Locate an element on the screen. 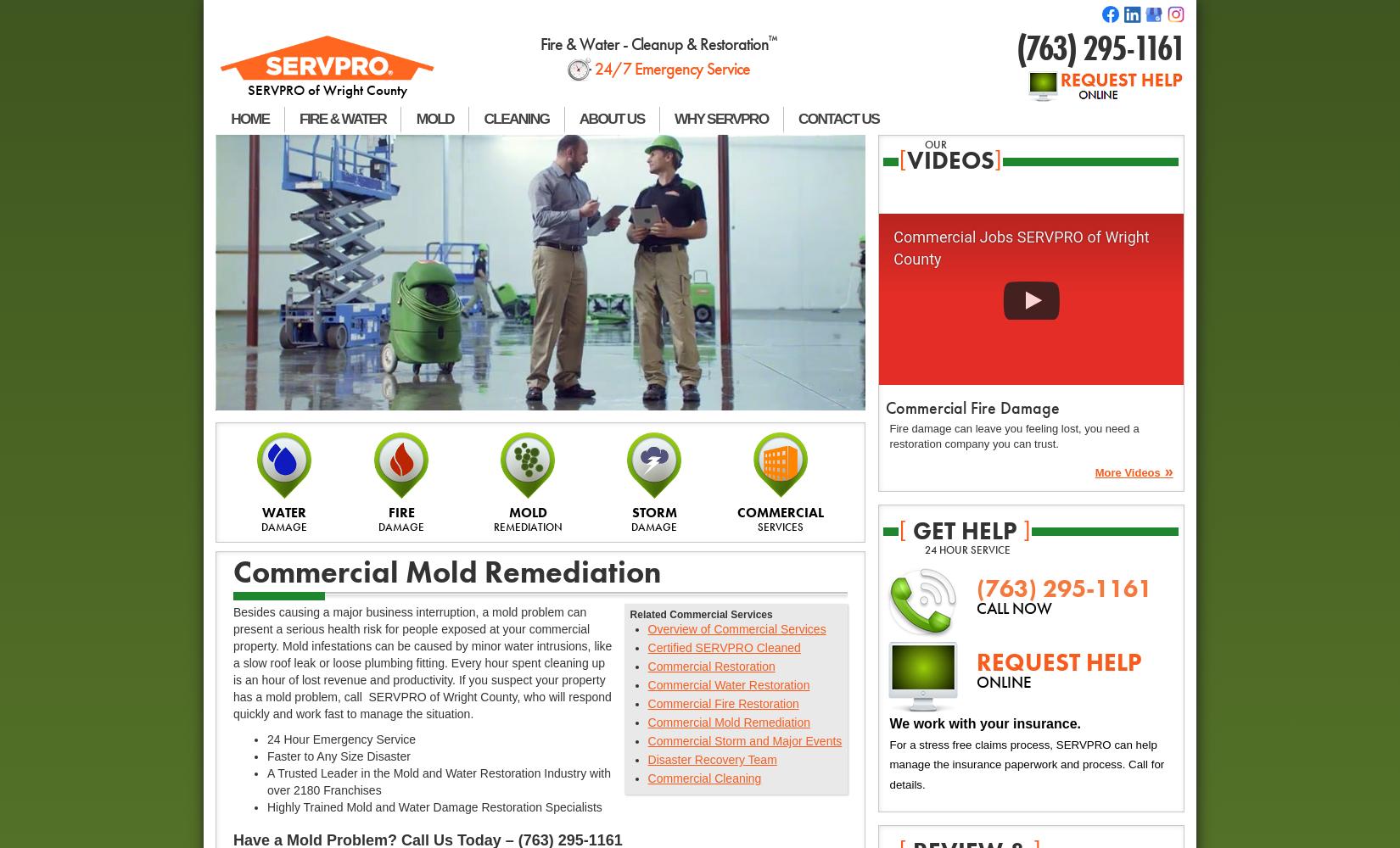  'FIRE & WATER' is located at coordinates (342, 119).